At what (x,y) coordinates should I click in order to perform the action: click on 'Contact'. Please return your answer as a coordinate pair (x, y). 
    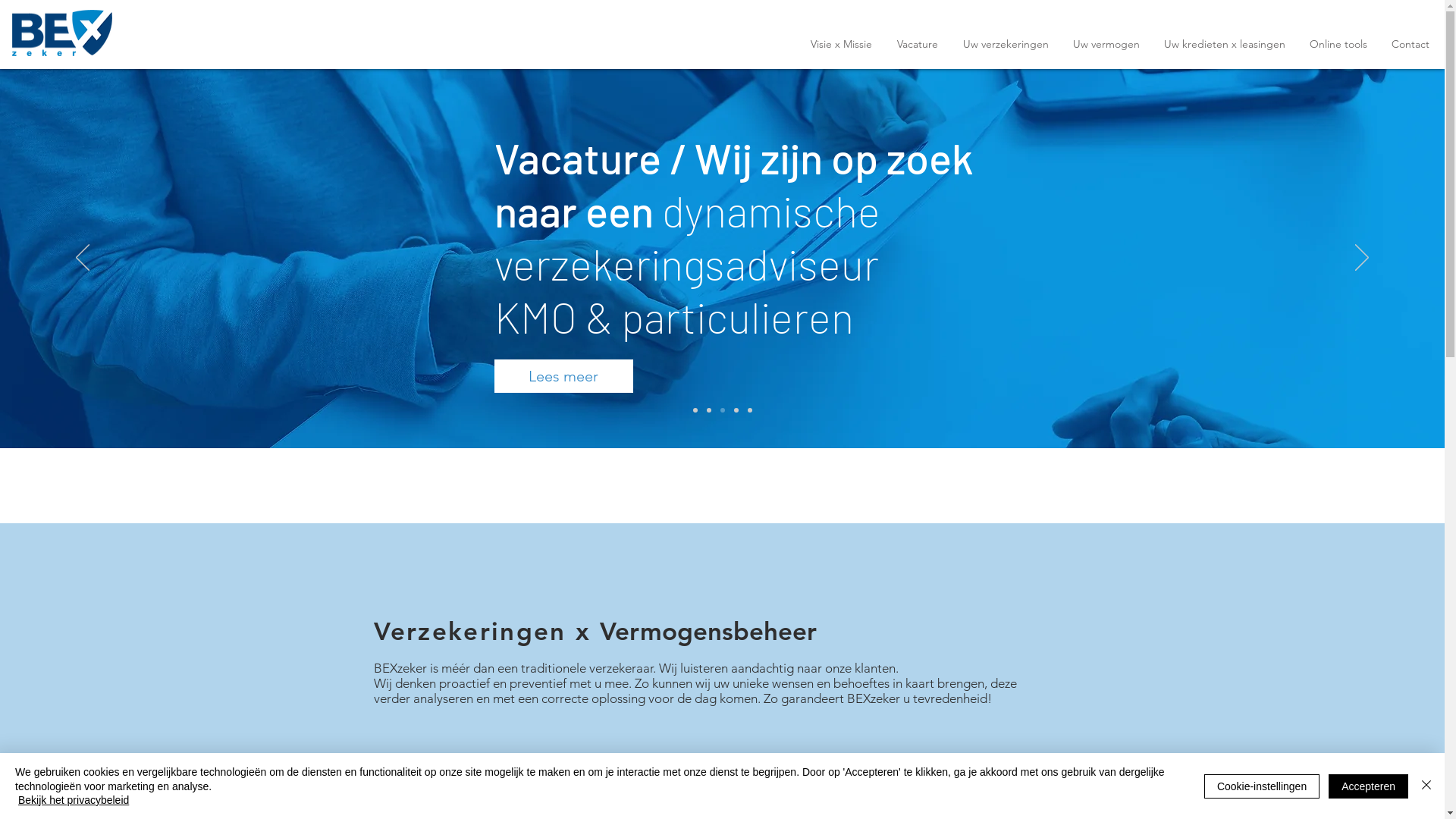
    Looking at the image, I should click on (1410, 43).